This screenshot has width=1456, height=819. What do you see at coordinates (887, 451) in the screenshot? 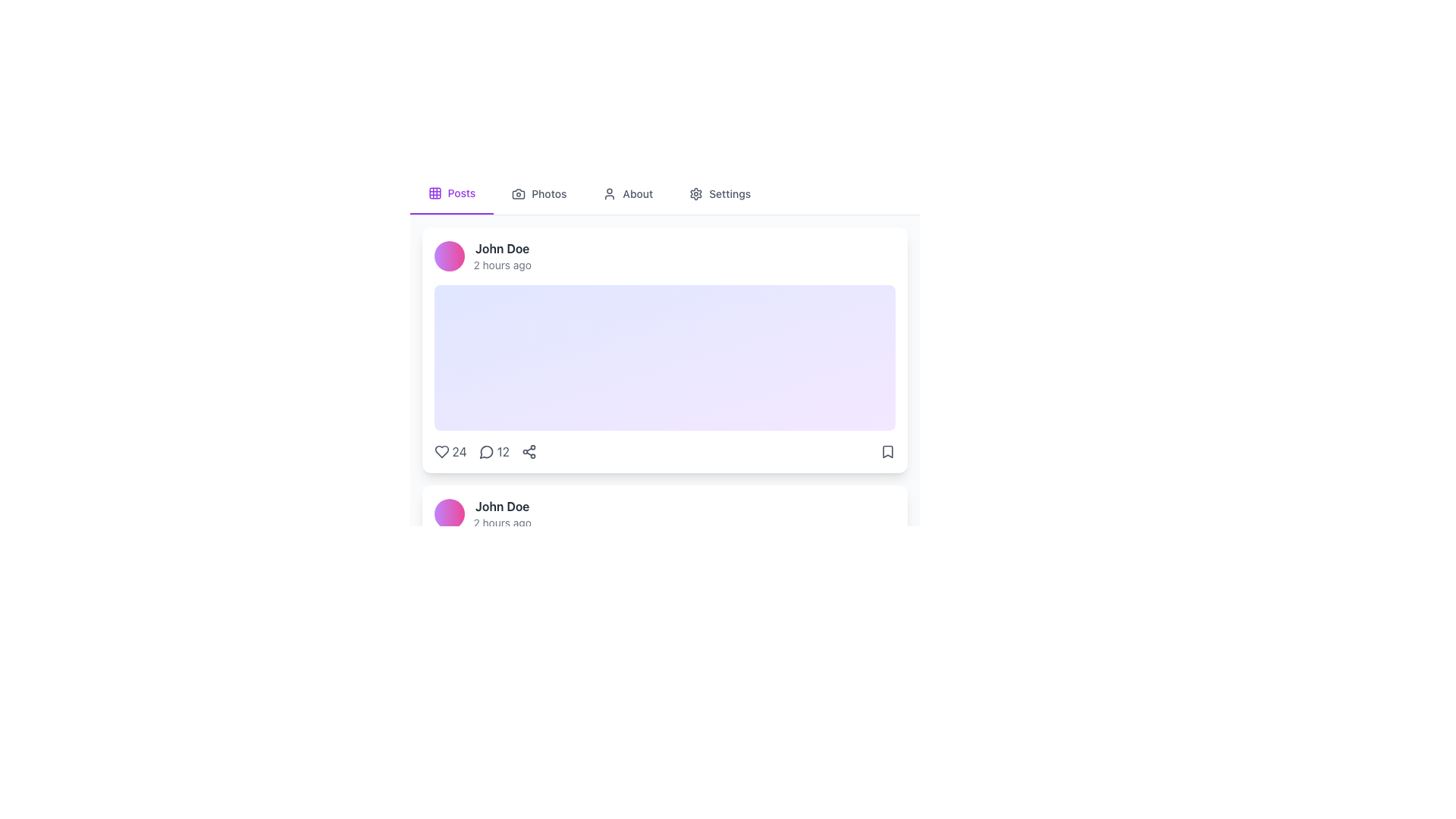
I see `the bookmark-shaped icon button with a gray color` at bounding box center [887, 451].